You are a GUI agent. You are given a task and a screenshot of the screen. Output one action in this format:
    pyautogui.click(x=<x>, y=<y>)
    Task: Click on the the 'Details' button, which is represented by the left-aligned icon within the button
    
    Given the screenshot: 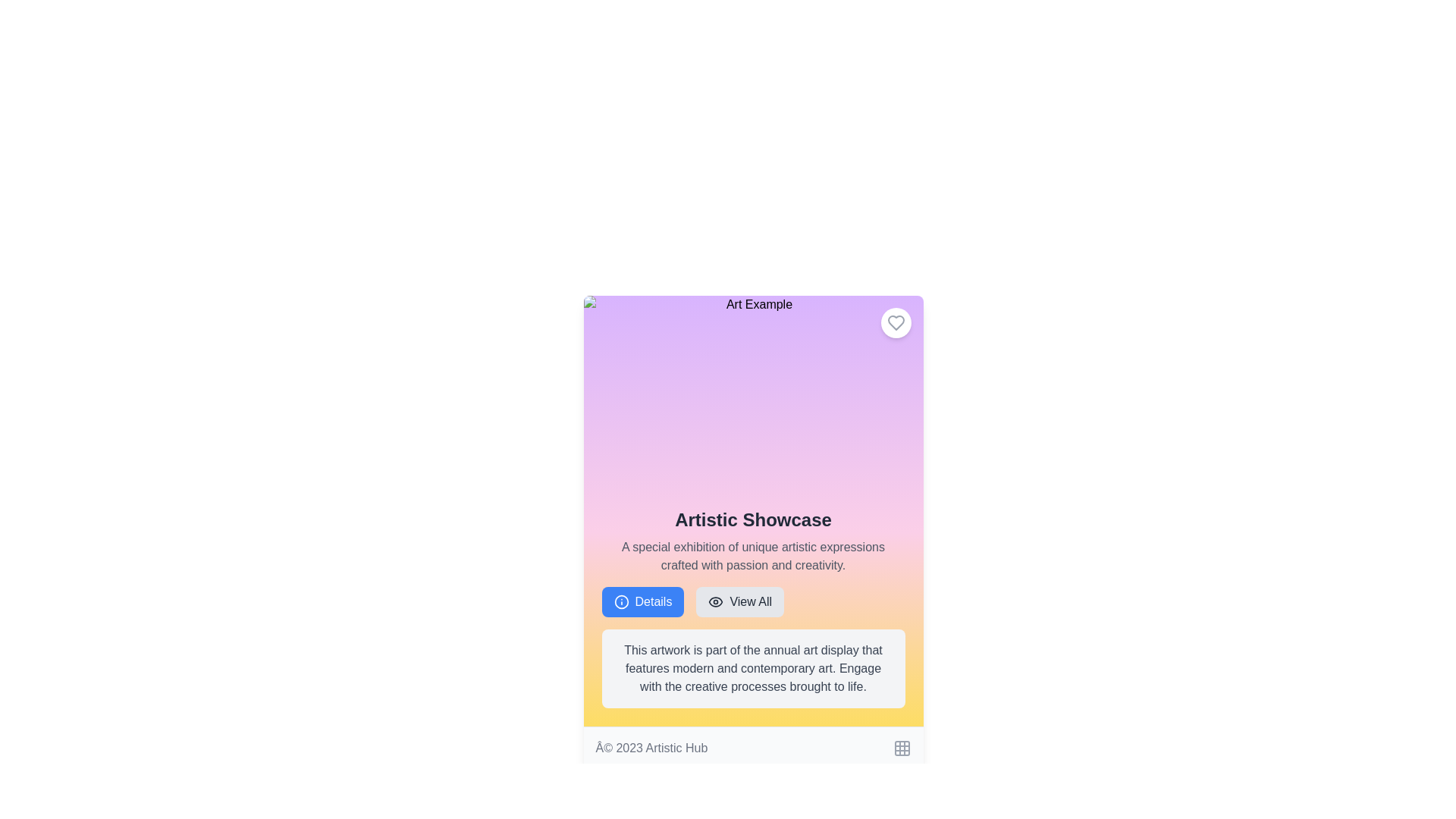 What is the action you would take?
    pyautogui.click(x=621, y=601)
    